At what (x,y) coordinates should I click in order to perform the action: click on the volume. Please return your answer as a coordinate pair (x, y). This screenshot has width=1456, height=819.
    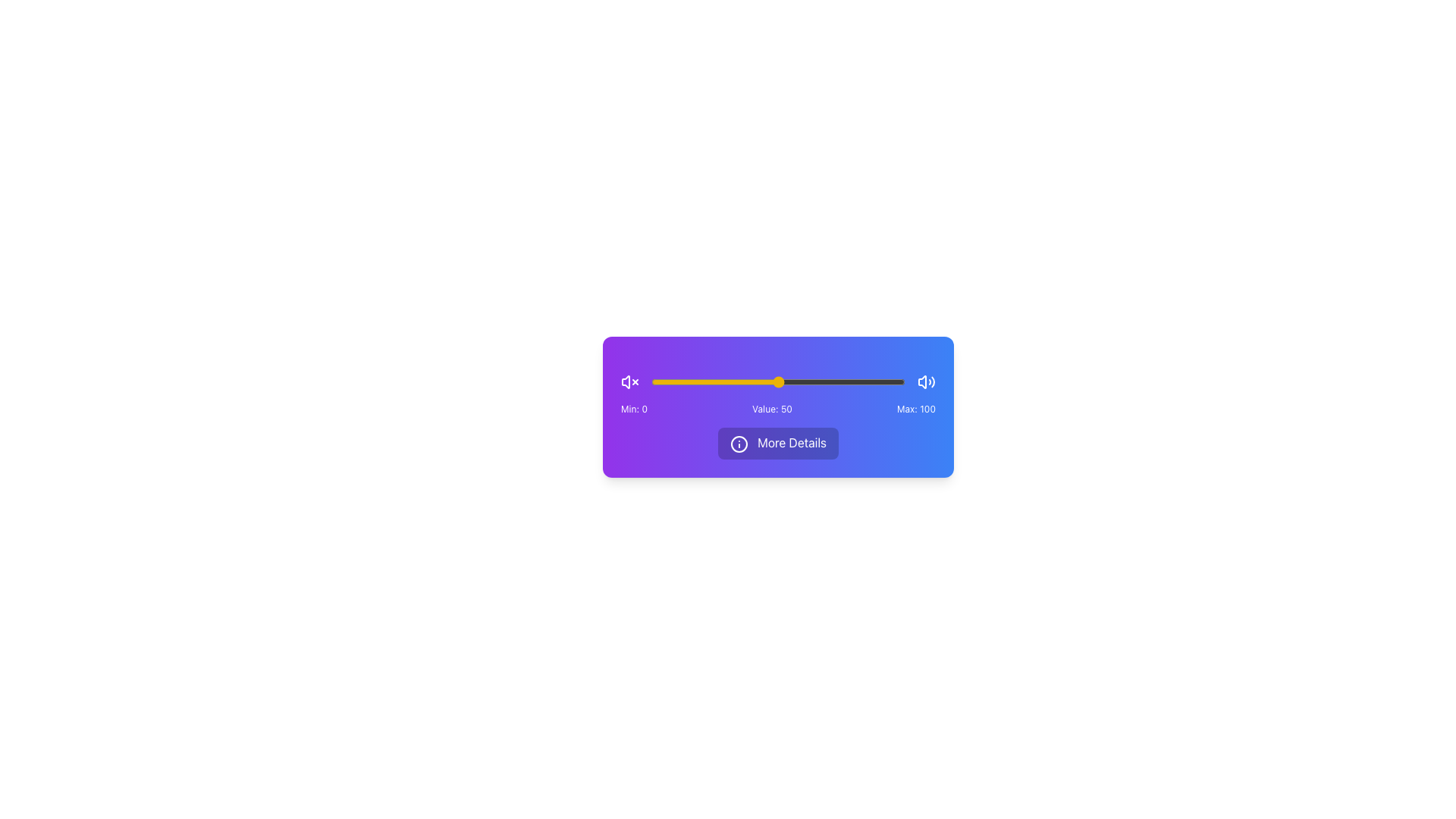
    Looking at the image, I should click on (838, 381).